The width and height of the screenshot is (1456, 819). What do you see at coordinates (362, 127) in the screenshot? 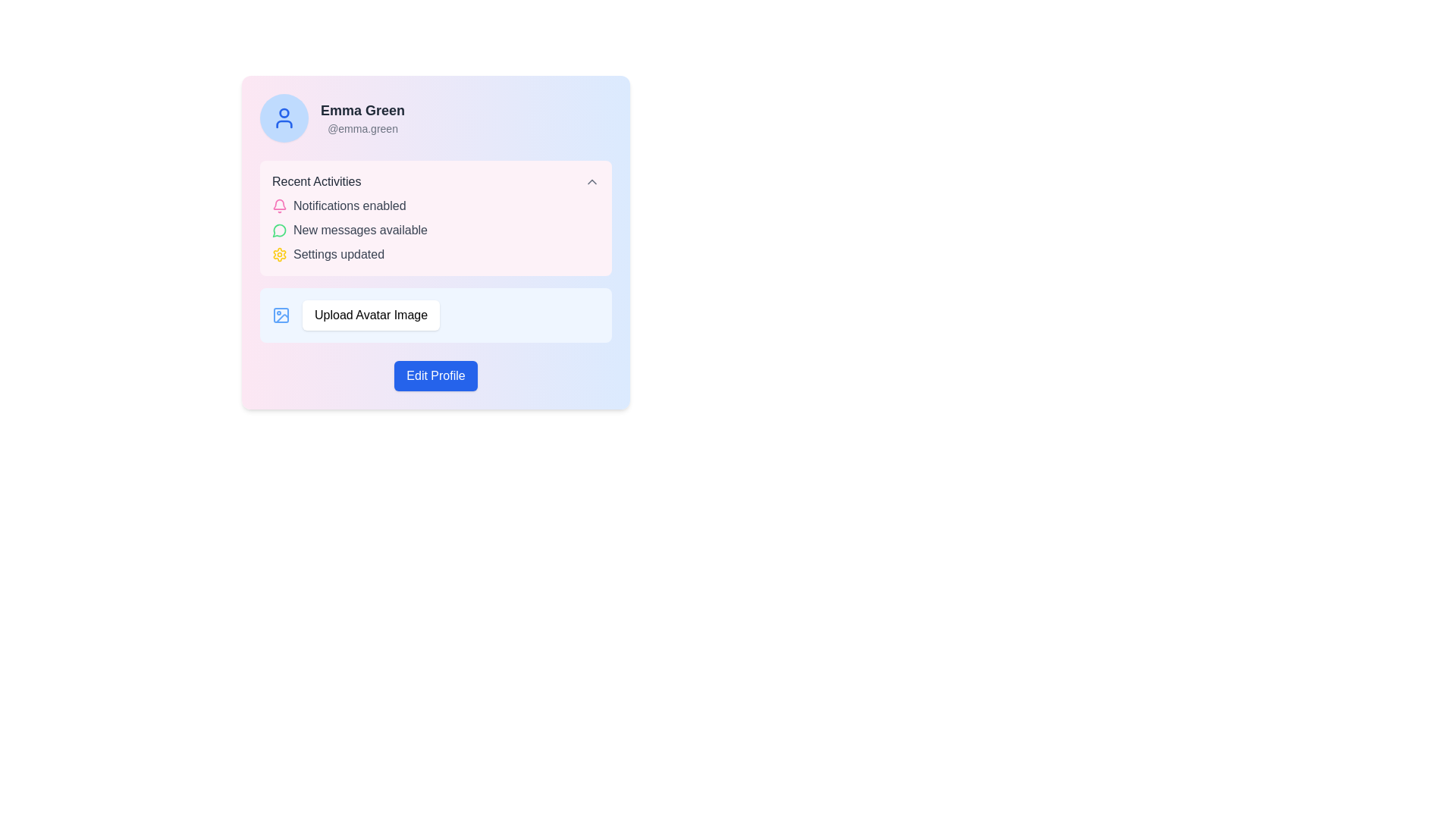
I see `username '@emma.green' displayed in light gray font below 'Emma Green' on the profile card layout` at bounding box center [362, 127].